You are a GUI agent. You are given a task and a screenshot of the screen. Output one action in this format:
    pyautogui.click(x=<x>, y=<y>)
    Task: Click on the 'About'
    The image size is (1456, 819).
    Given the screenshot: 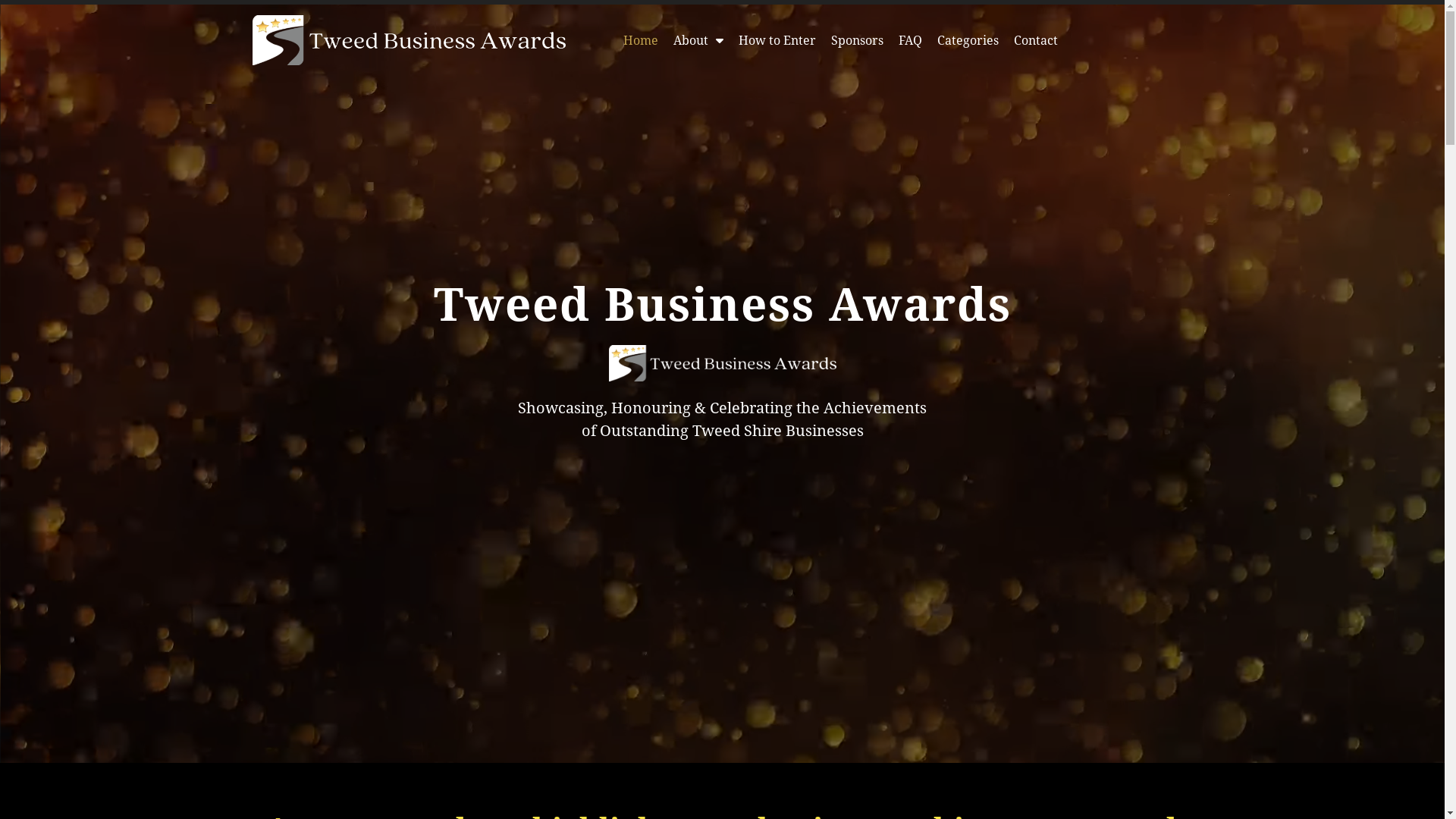 What is the action you would take?
    pyautogui.click(x=673, y=39)
    